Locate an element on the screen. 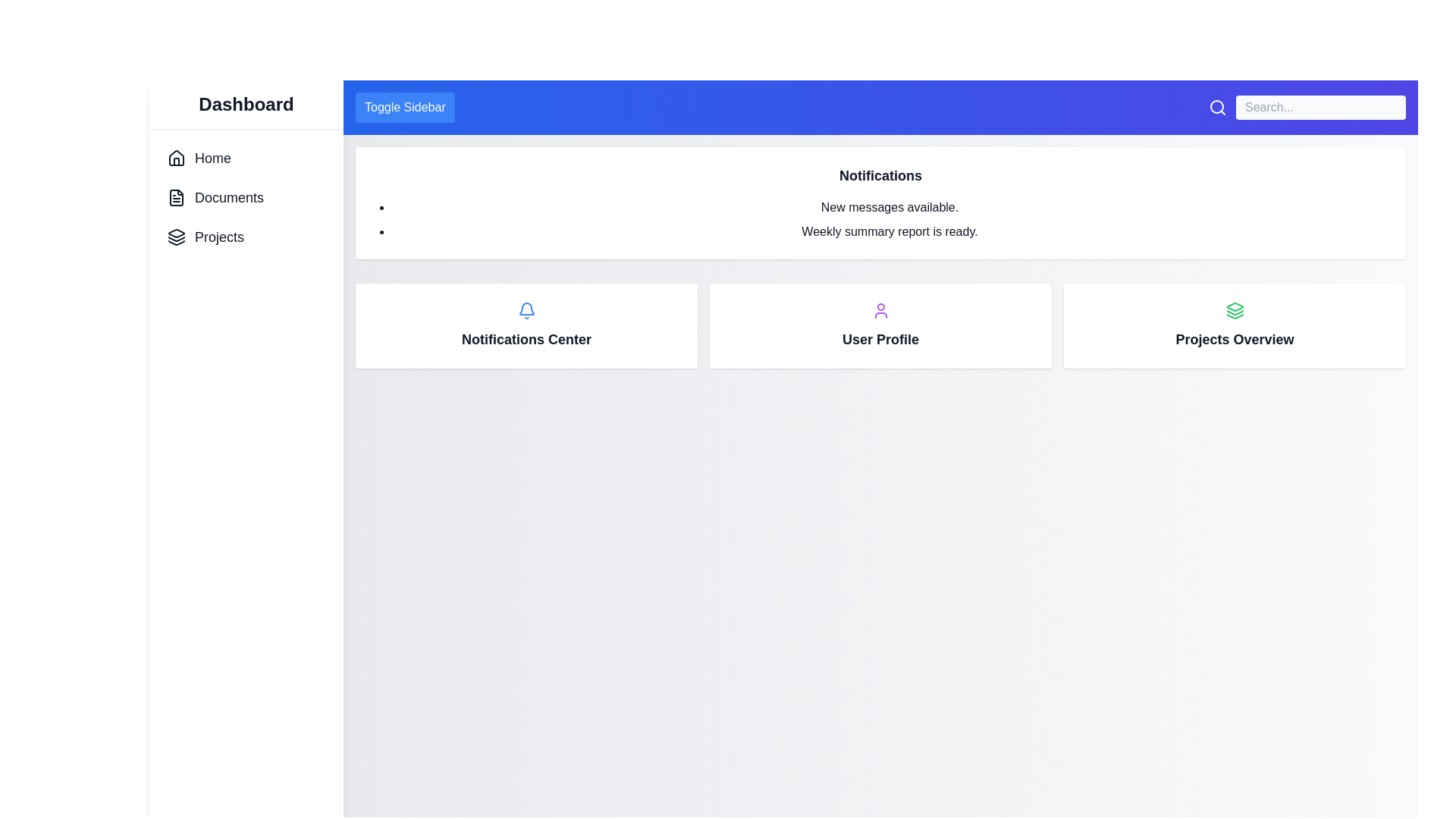 This screenshot has width=1456, height=819. the text element reading 'Weekly summary report is ready.' which is the second item in the bulleted list under the 'Notifications' section is located at coordinates (890, 231).